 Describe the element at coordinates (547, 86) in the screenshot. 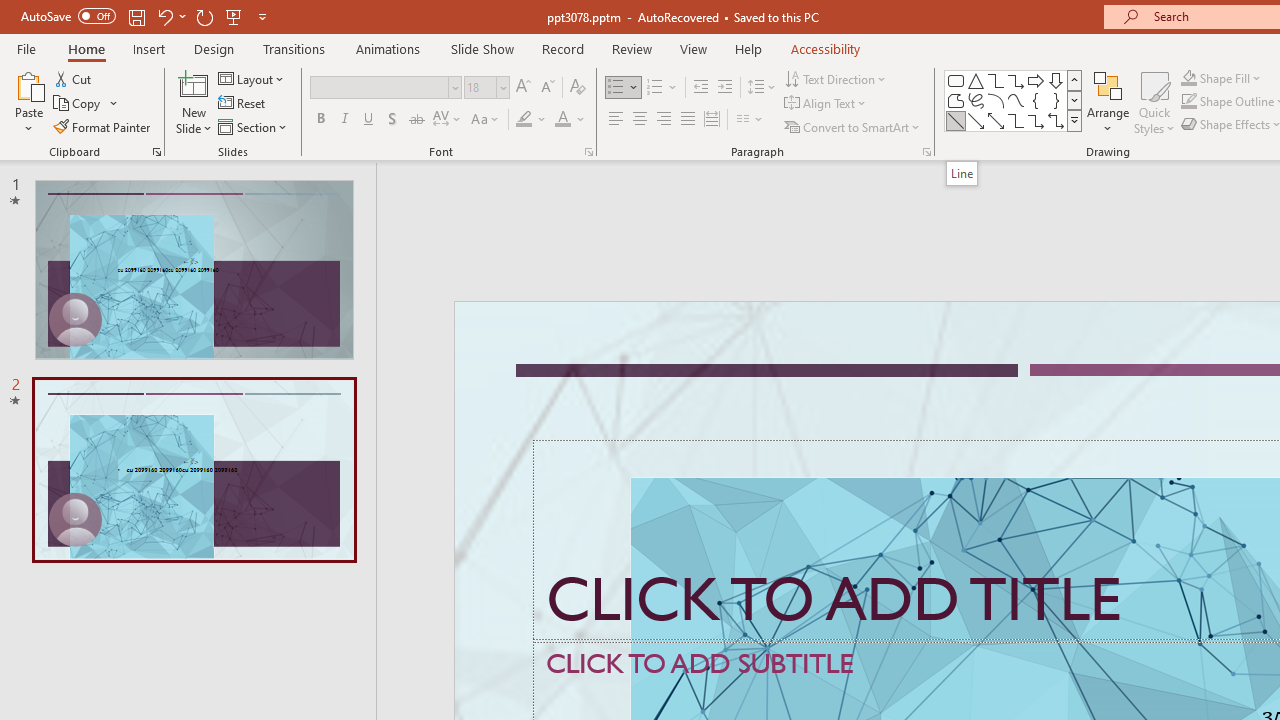

I see `'Decrease Font Size'` at that location.